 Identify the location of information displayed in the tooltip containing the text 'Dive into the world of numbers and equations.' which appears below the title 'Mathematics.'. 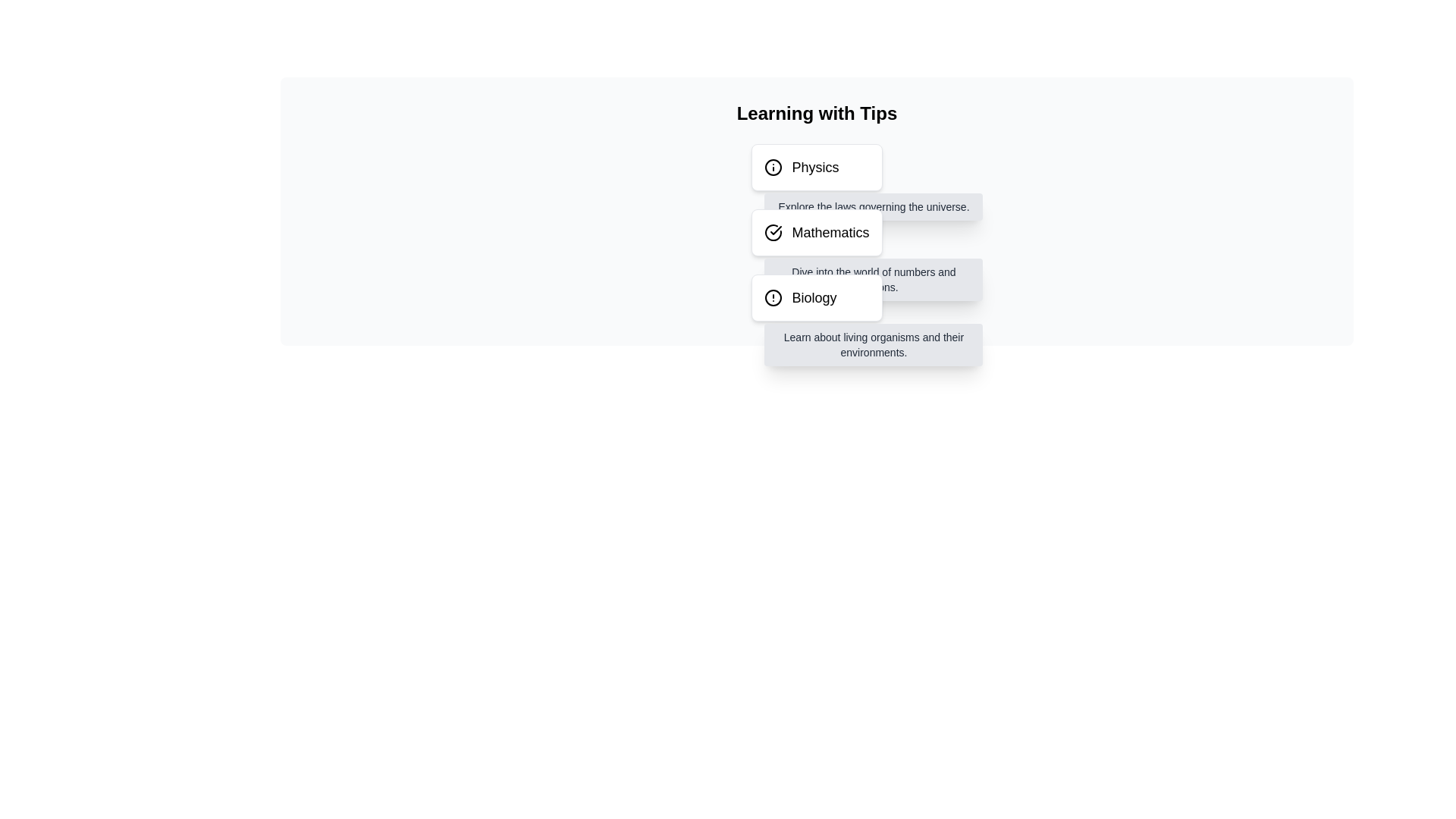
(874, 280).